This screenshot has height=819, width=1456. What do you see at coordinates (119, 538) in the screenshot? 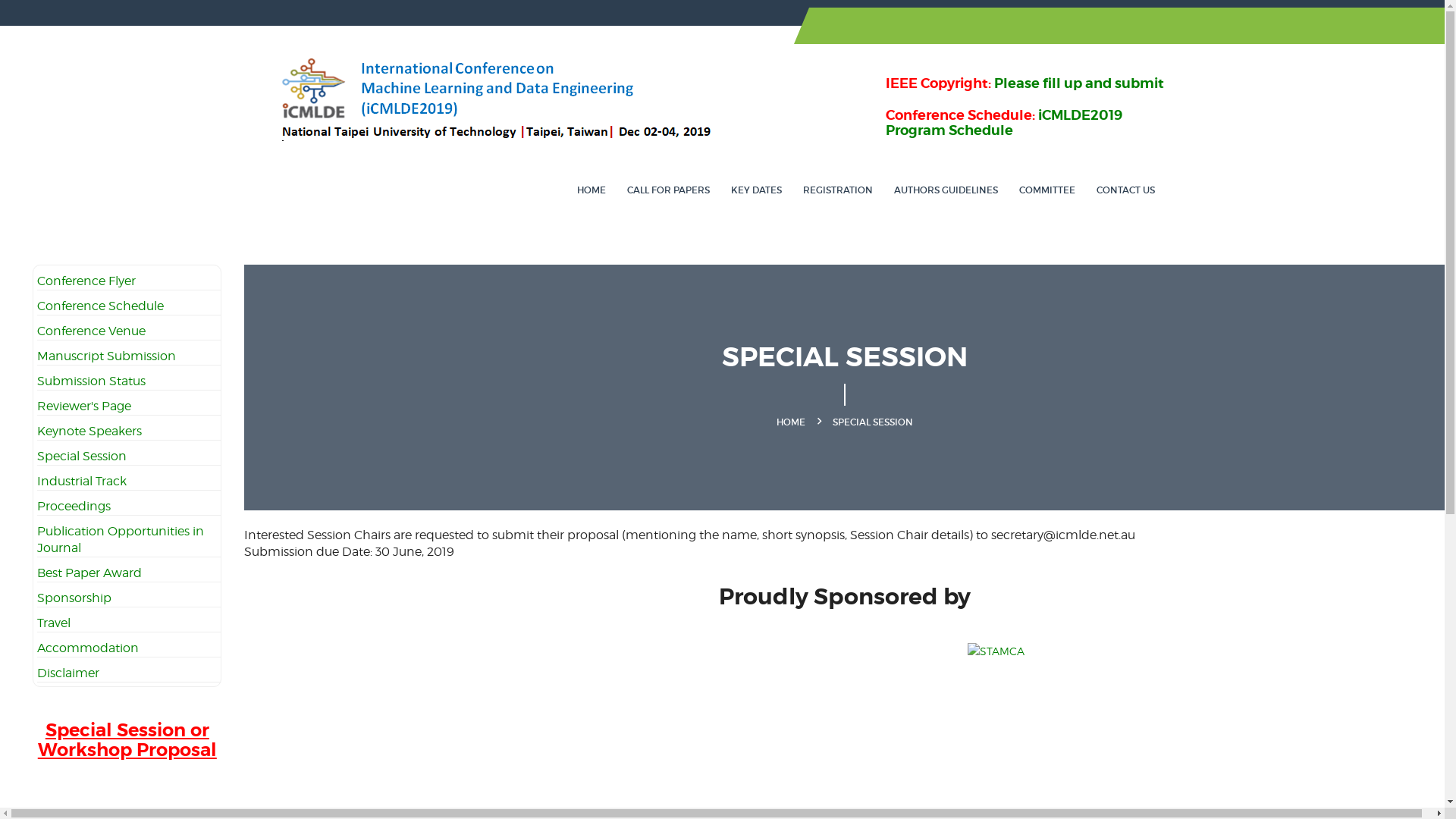
I see `'Publication Opportunities in Journal'` at bounding box center [119, 538].